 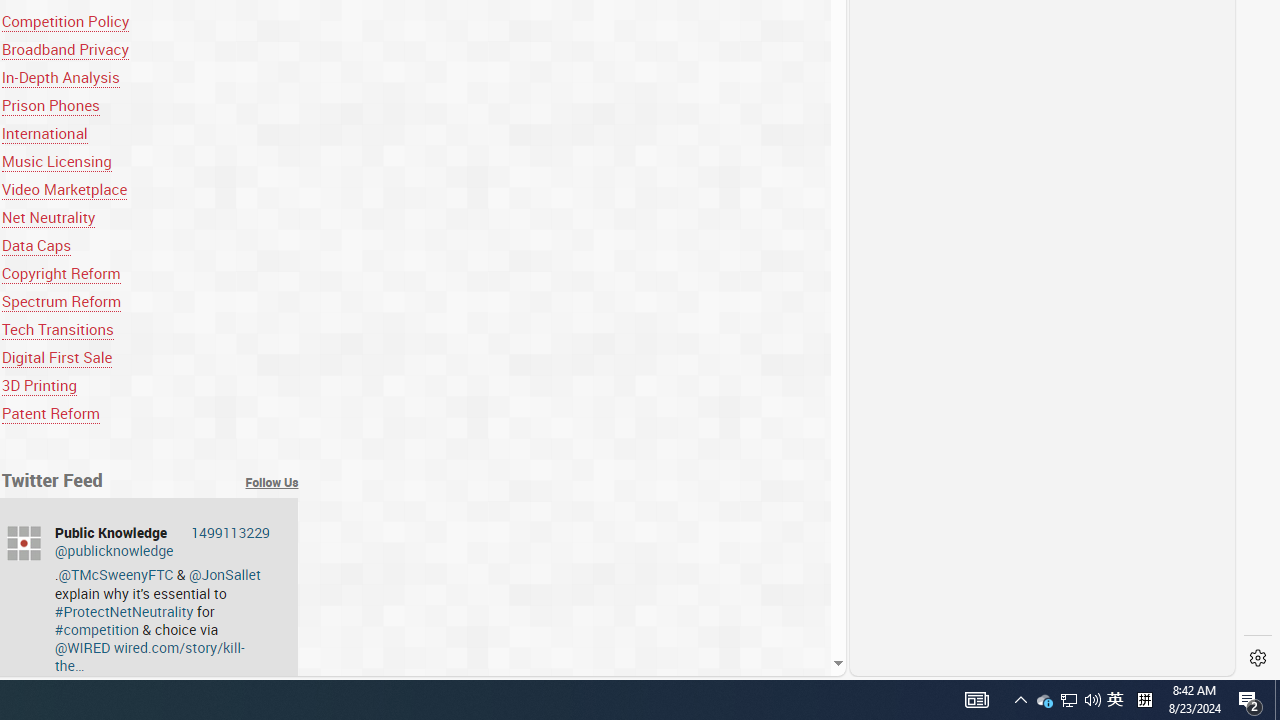 What do you see at coordinates (224, 574) in the screenshot?
I see `'@JonSallet'` at bounding box center [224, 574].